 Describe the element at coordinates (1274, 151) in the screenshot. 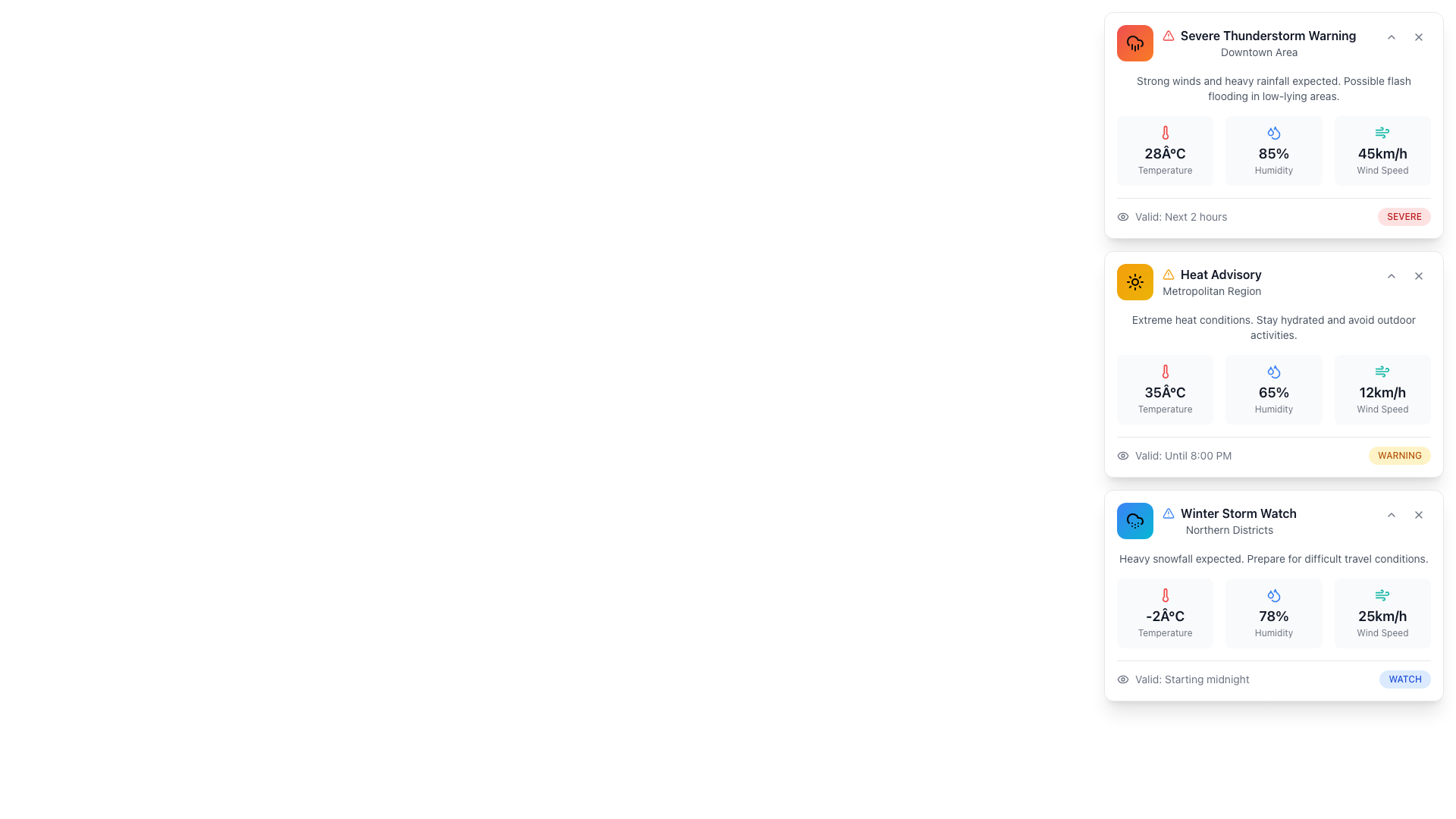

I see `displayed humidity level percentage from the middle card in the three-column weather metrics grid, located between the Temperature and Wind Speed cards` at that location.